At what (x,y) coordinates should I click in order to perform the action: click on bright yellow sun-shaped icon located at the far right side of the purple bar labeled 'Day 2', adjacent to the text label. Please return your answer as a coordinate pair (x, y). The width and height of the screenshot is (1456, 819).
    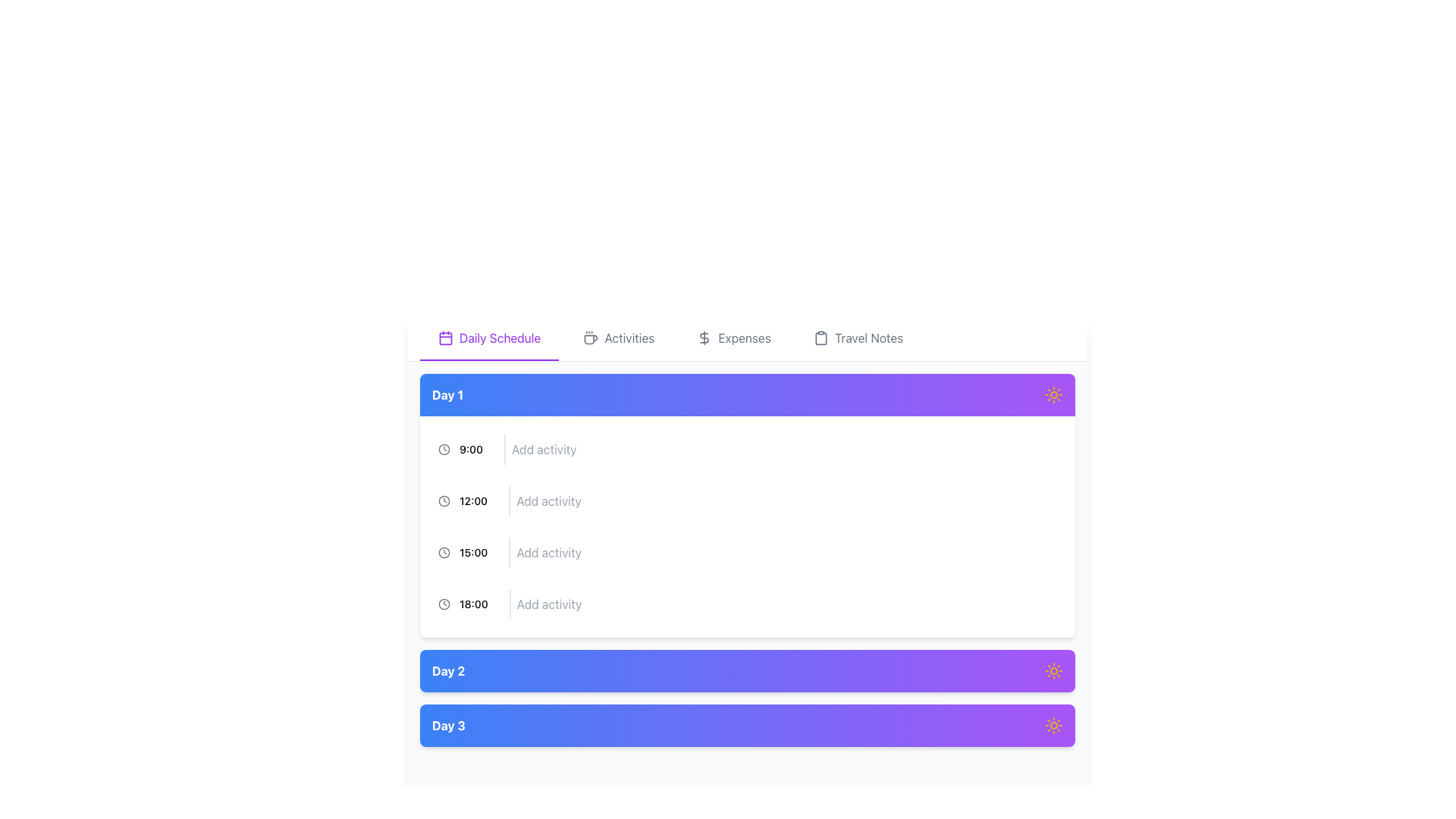
    Looking at the image, I should click on (1053, 670).